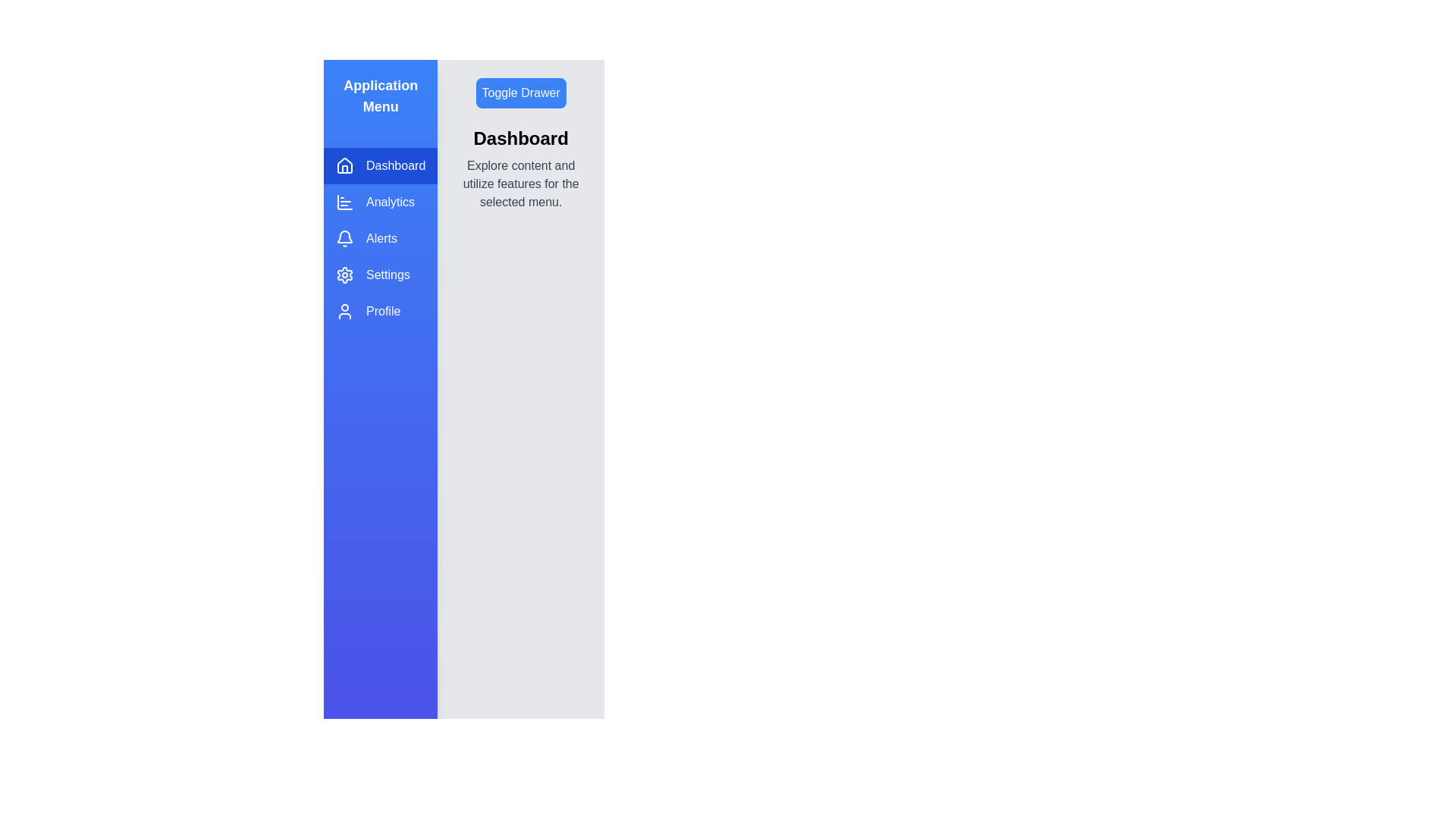 The image size is (1456, 819). I want to click on the 'Toggle Drawer' button to toggle the visibility of the drawer, so click(520, 93).